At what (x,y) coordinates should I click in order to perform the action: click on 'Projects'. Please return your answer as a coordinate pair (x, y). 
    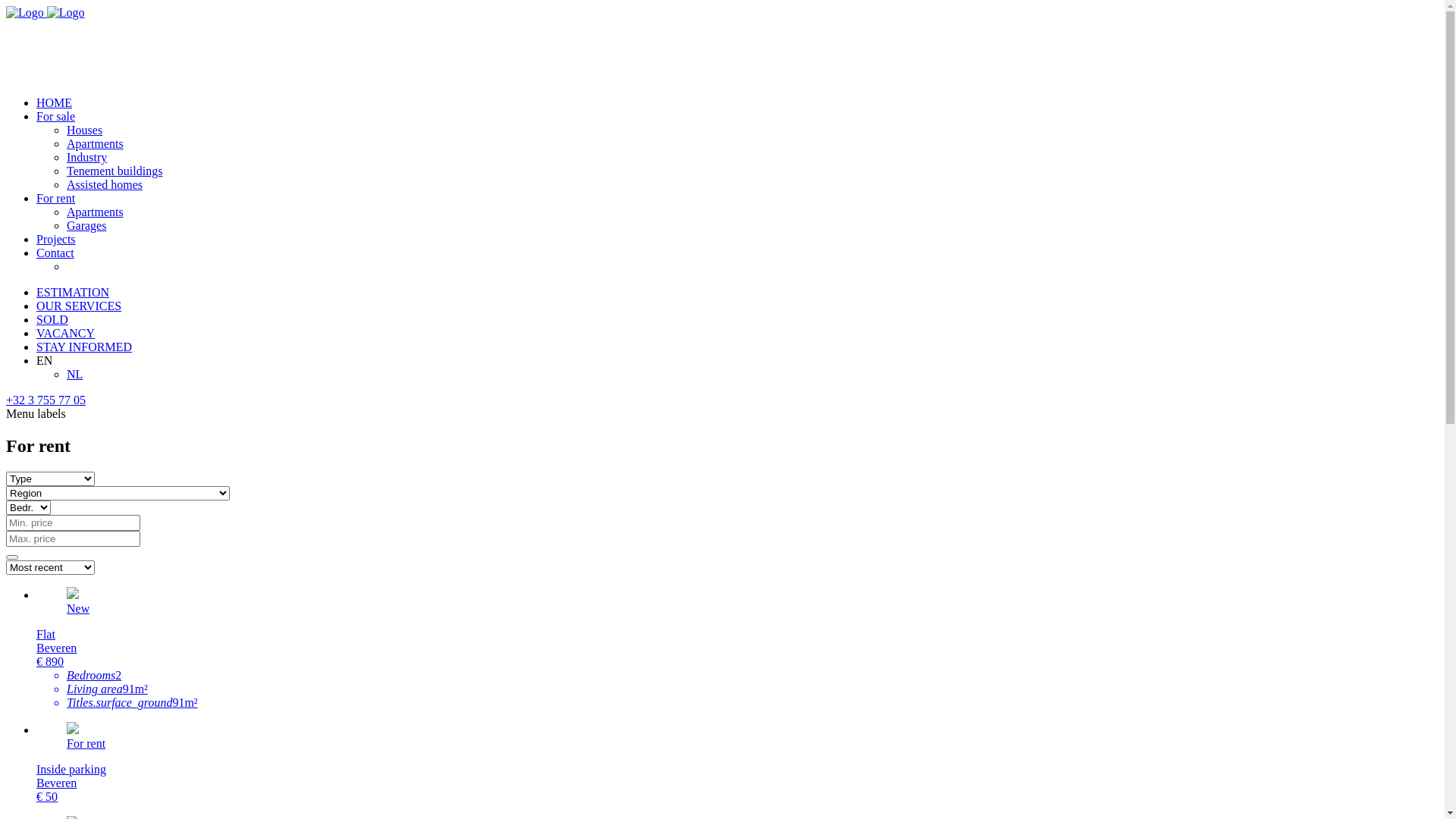
    Looking at the image, I should click on (55, 239).